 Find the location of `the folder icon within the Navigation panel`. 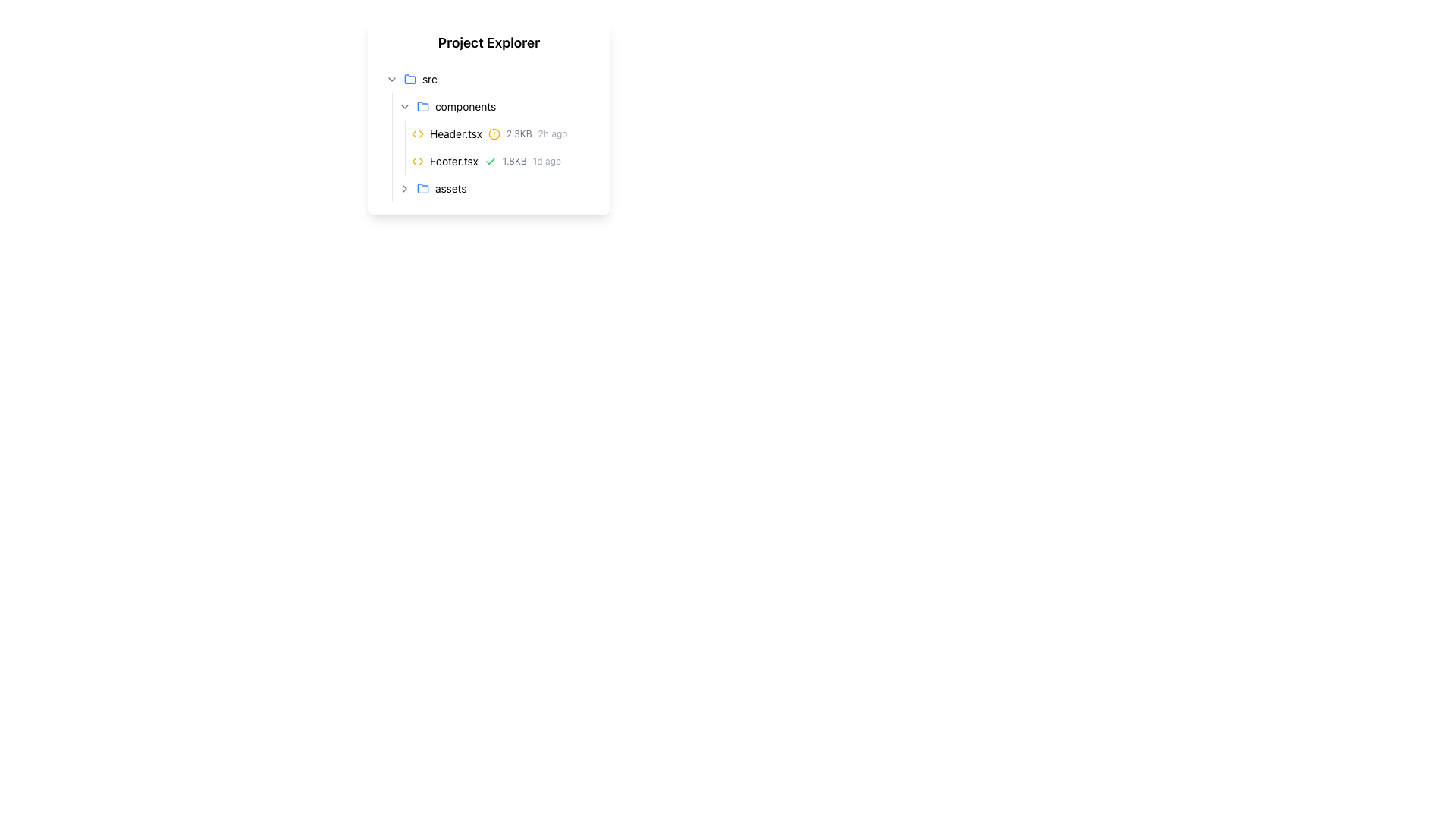

the folder icon within the Navigation panel is located at coordinates (488, 116).